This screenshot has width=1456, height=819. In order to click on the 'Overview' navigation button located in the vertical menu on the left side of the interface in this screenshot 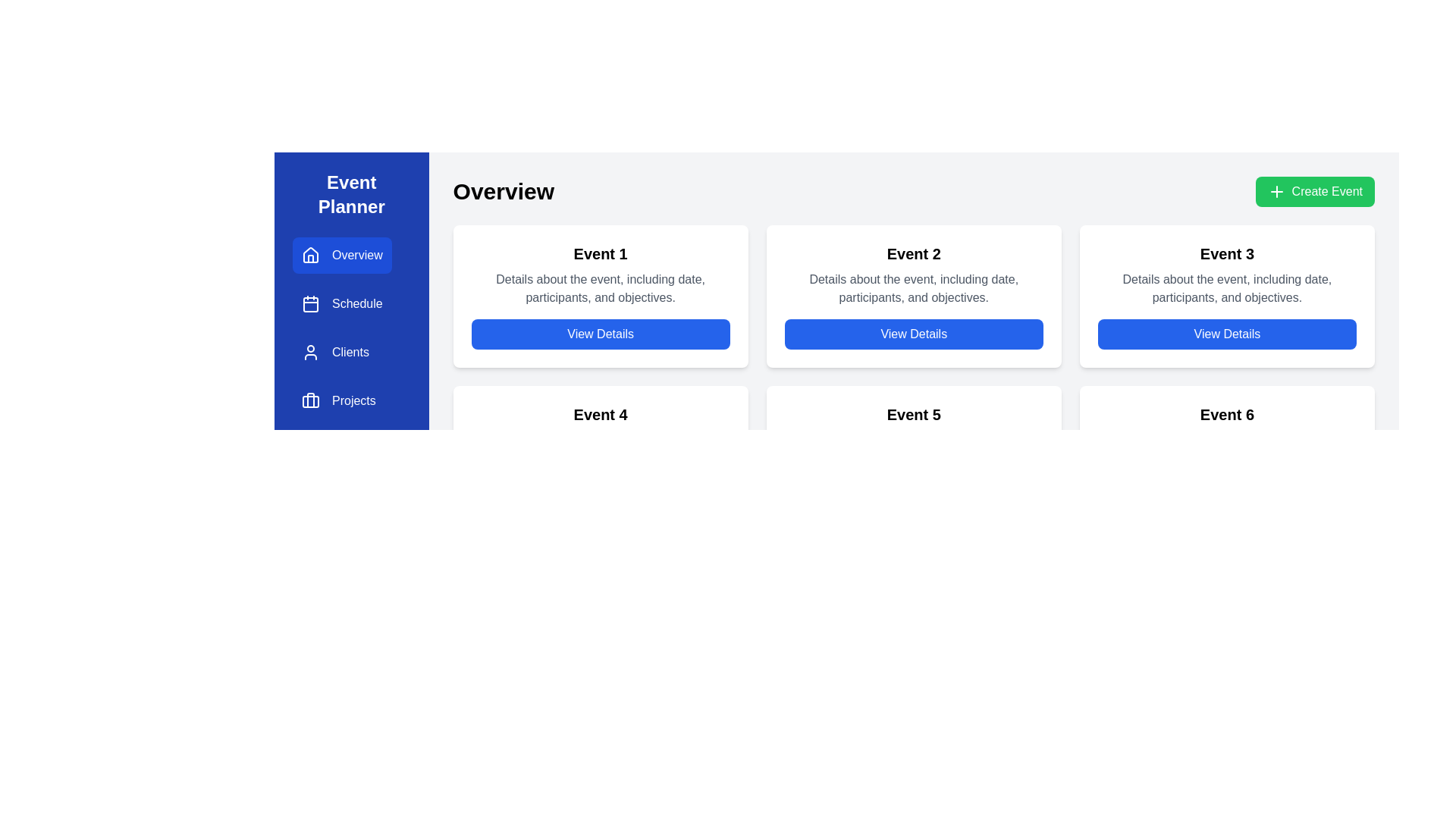, I will do `click(341, 254)`.